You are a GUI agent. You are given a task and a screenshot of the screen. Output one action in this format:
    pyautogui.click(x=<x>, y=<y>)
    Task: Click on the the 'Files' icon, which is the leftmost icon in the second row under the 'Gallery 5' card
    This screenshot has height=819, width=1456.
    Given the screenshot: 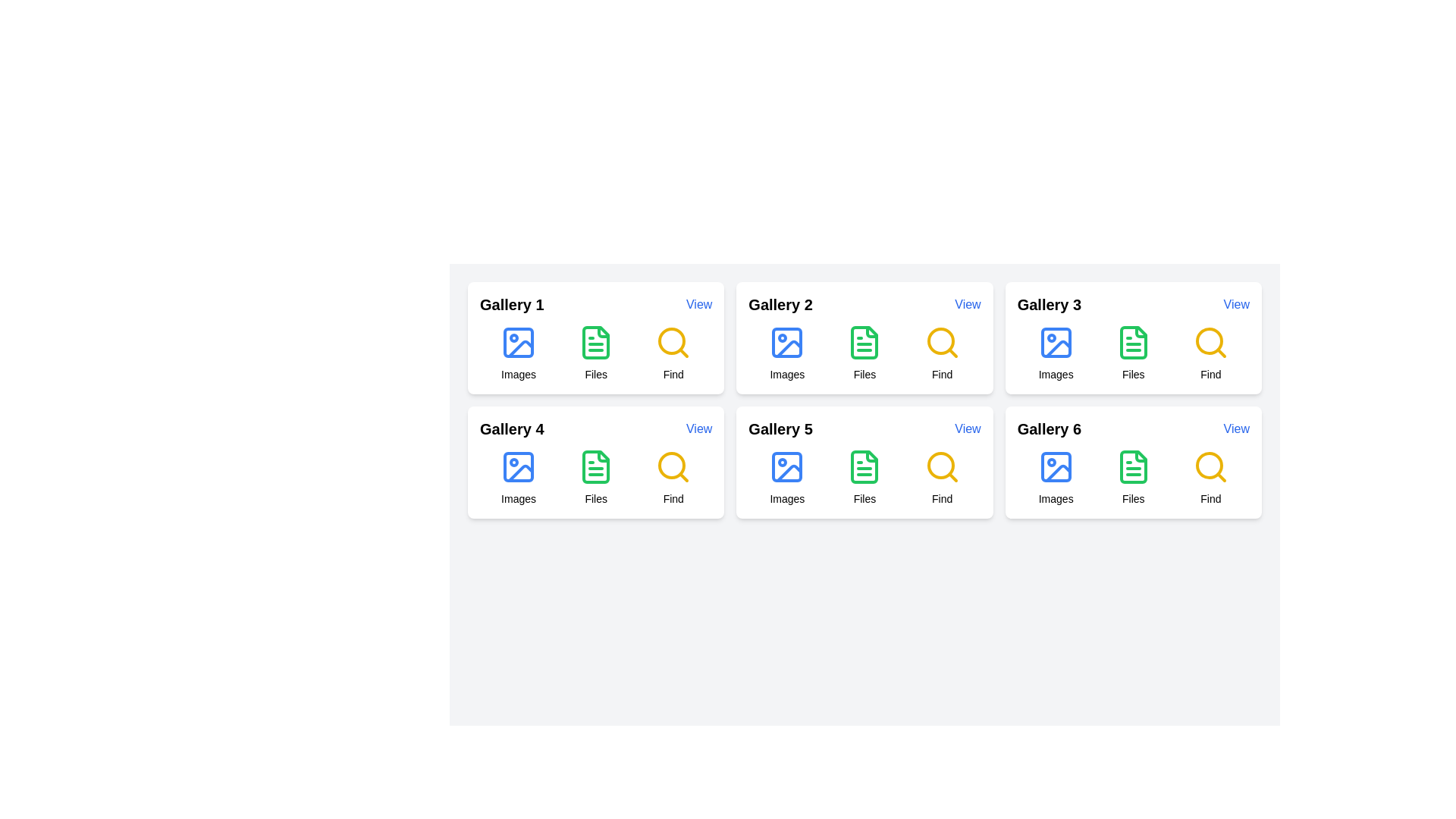 What is the action you would take?
    pyautogui.click(x=864, y=466)
    